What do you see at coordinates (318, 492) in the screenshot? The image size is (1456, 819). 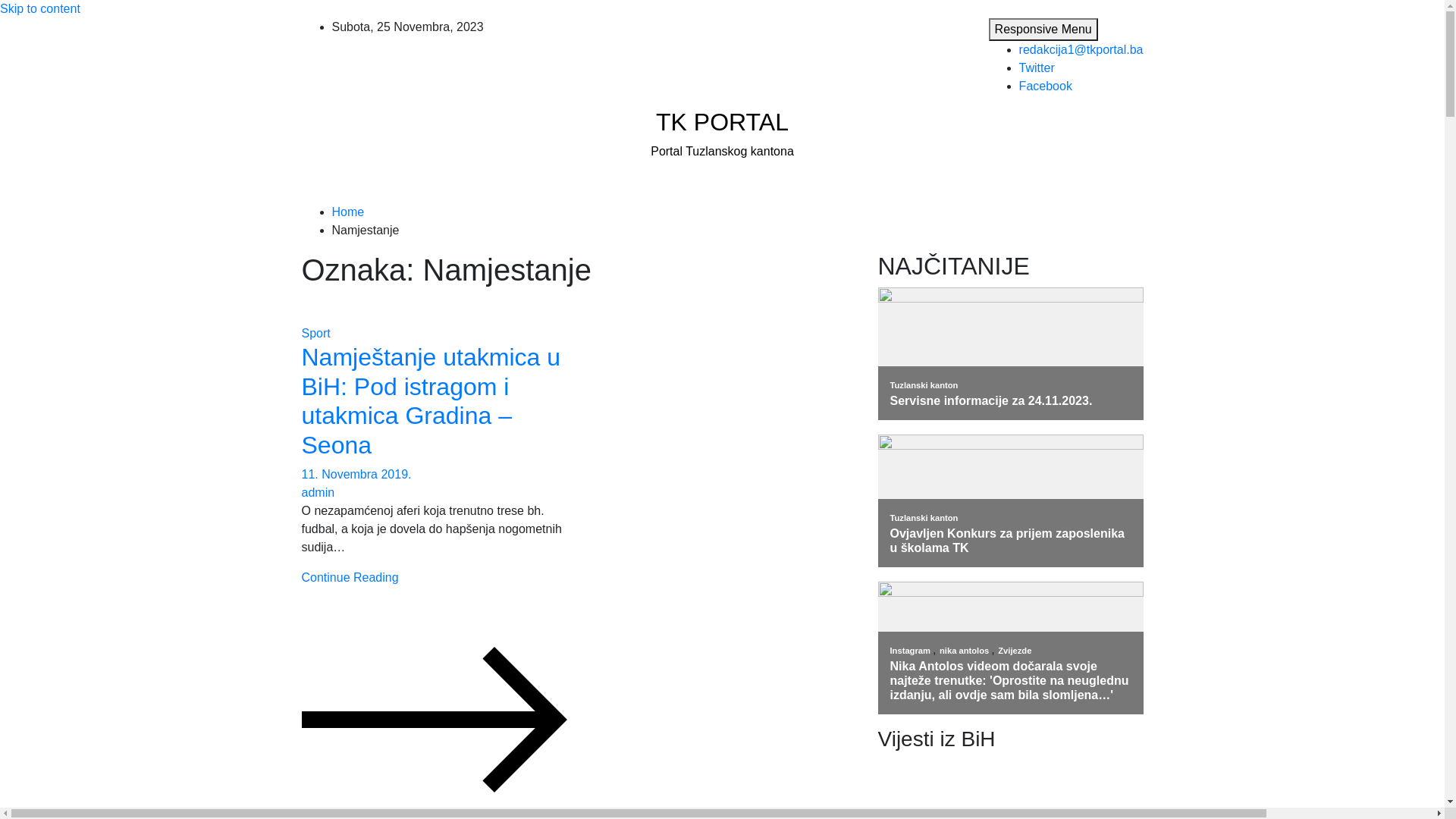 I see `'admin'` at bounding box center [318, 492].